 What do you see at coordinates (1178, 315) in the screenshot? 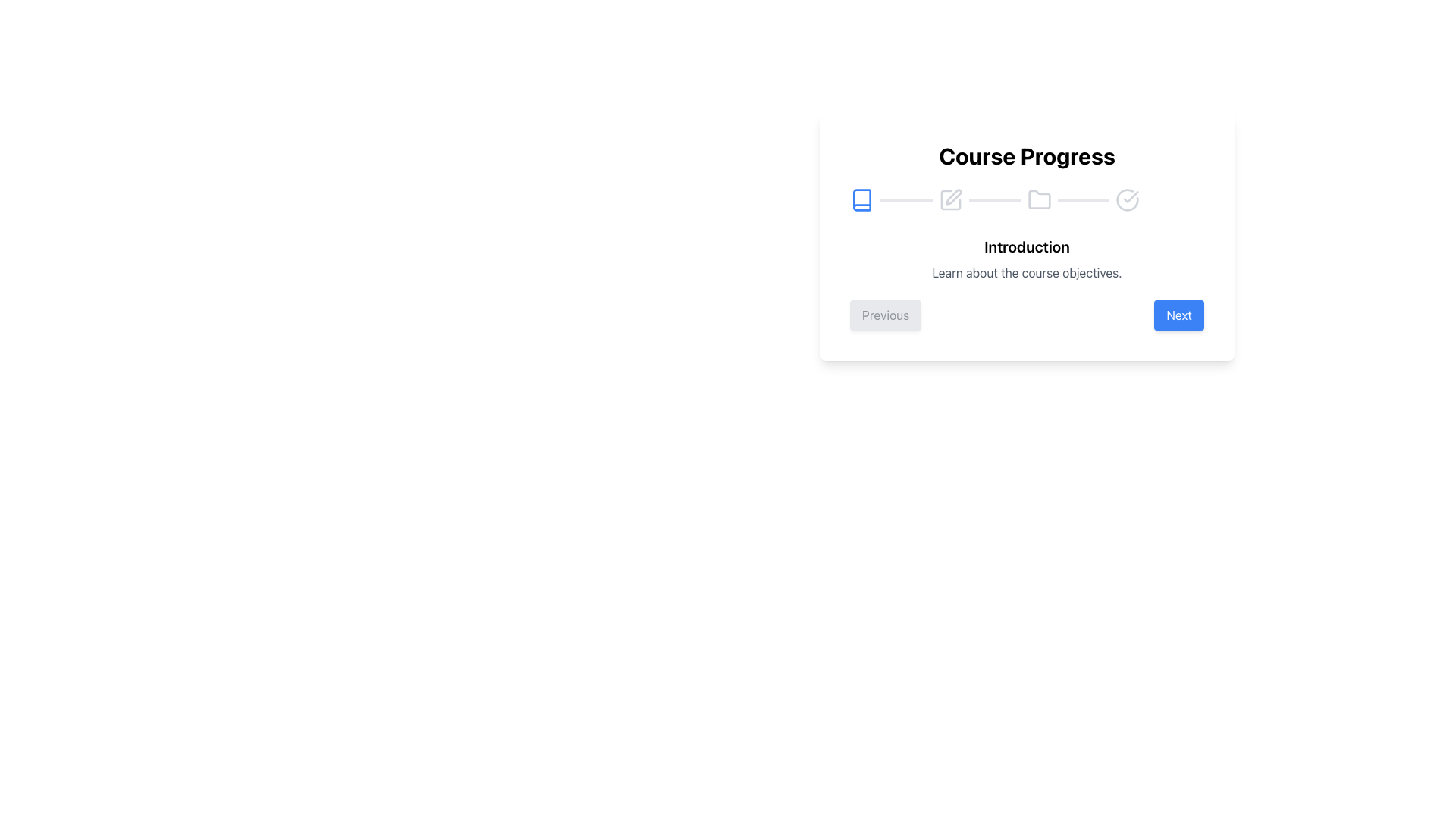
I see `the 'Next' button located in the bottom-right area of the modal window to change its color` at bounding box center [1178, 315].